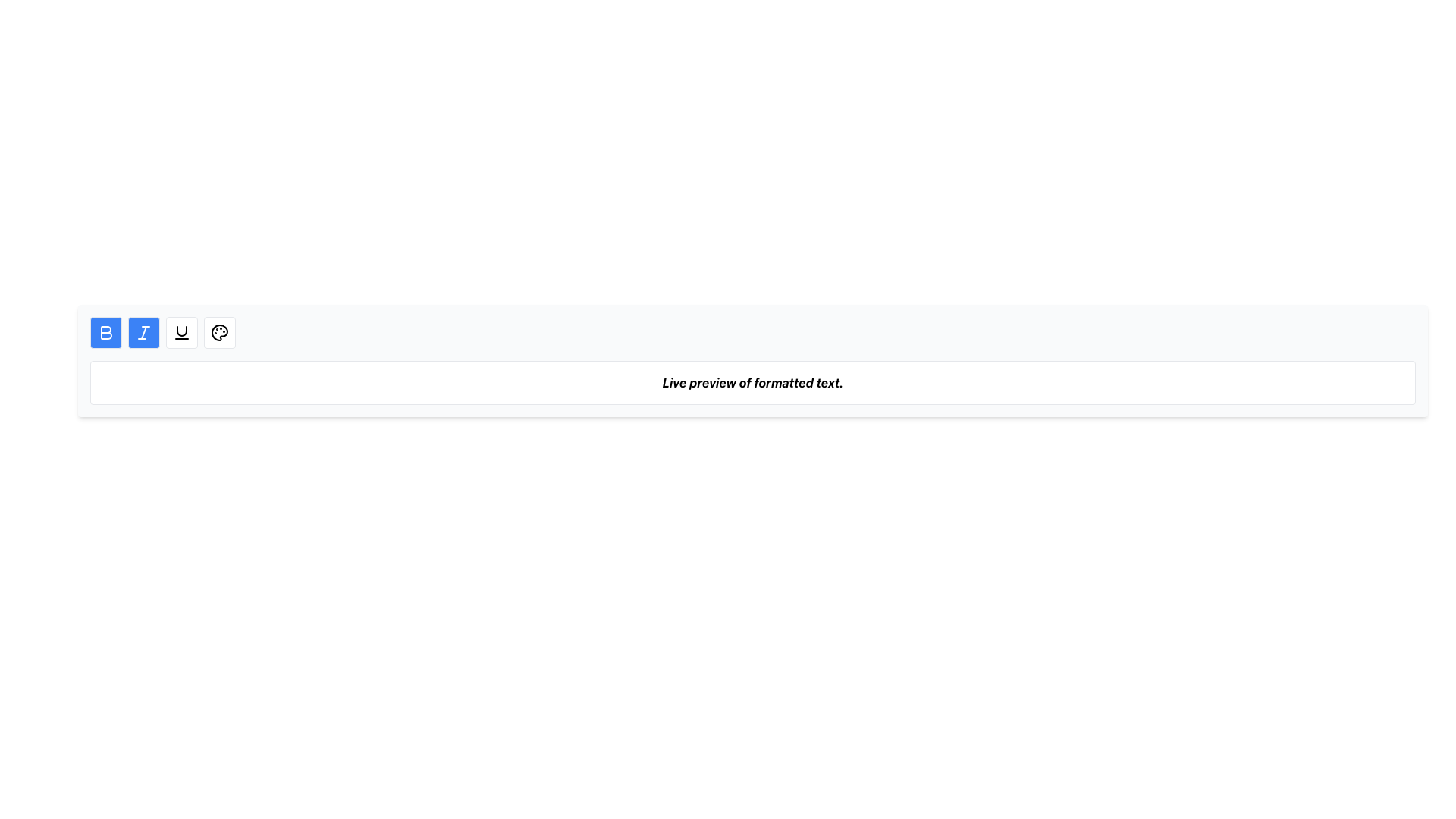 This screenshot has width=1456, height=819. I want to click on the formatting tool icon resembling an italic 'I' symbol with a blue background, so click(144, 332).